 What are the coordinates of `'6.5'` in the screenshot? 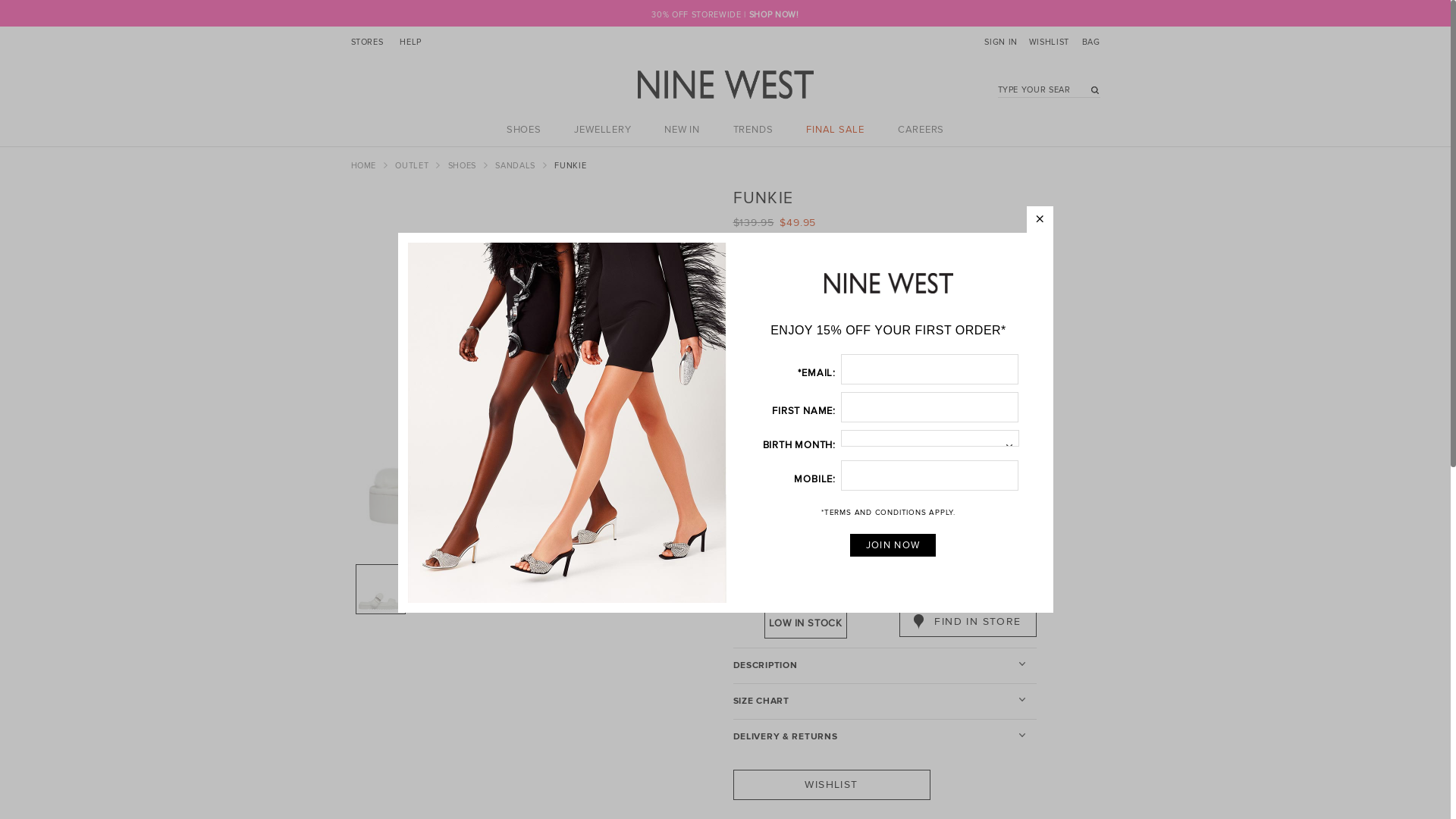 It's located at (899, 371).